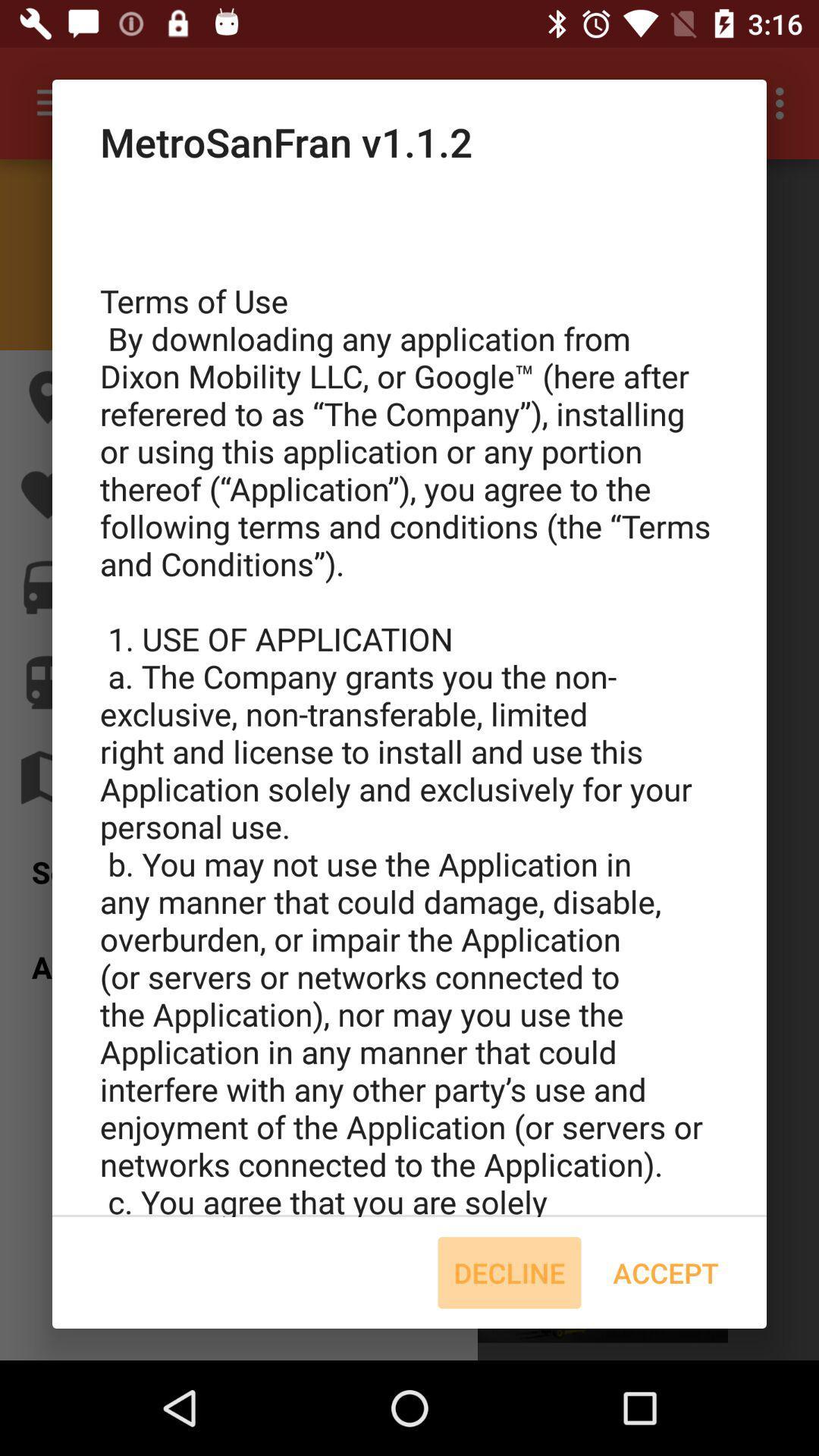 This screenshot has height=1456, width=819. I want to click on the decline, so click(509, 1272).